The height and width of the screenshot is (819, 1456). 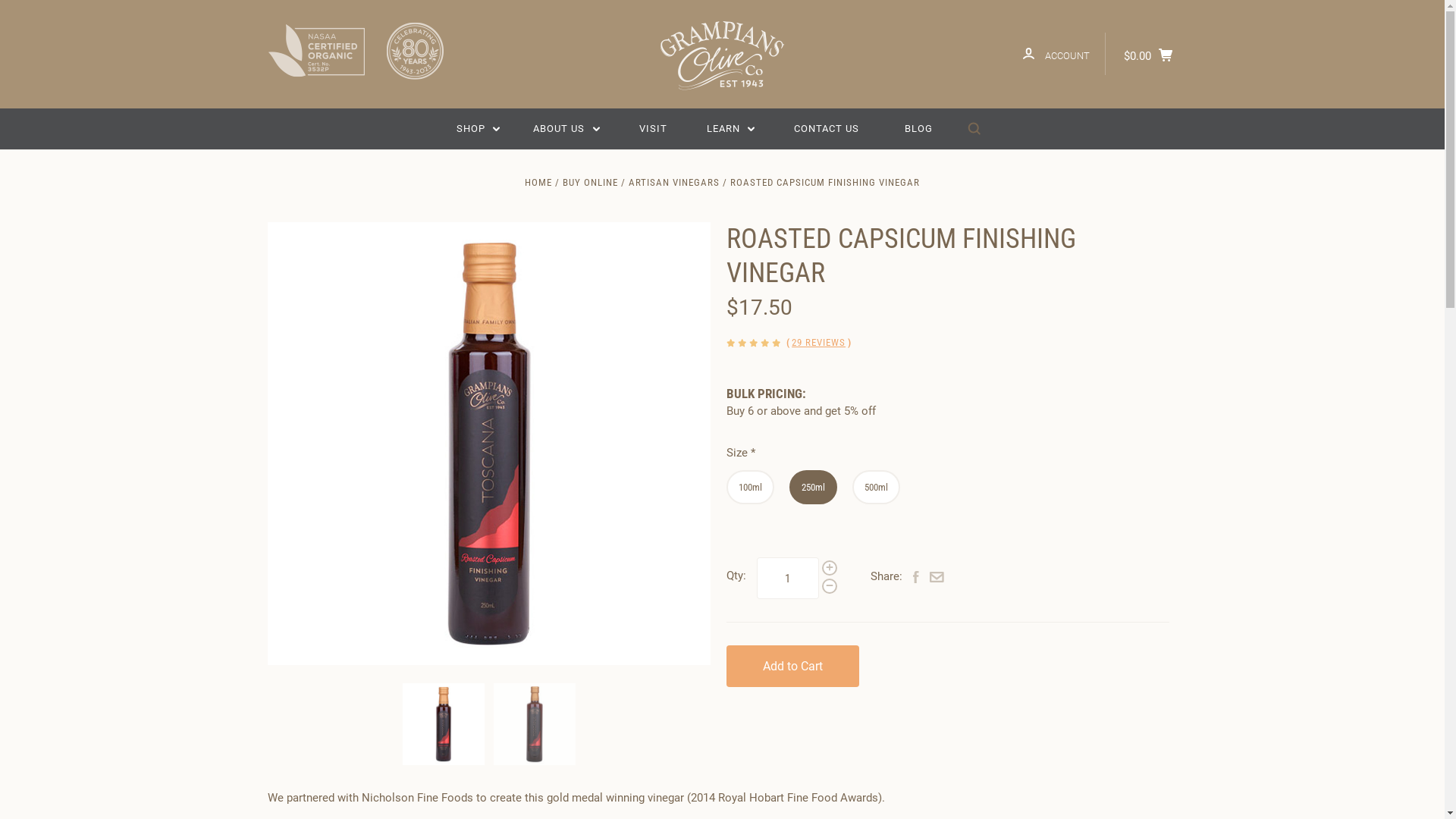 I want to click on 'SHOP DROPDOWN_ARROW', so click(x=477, y=127).